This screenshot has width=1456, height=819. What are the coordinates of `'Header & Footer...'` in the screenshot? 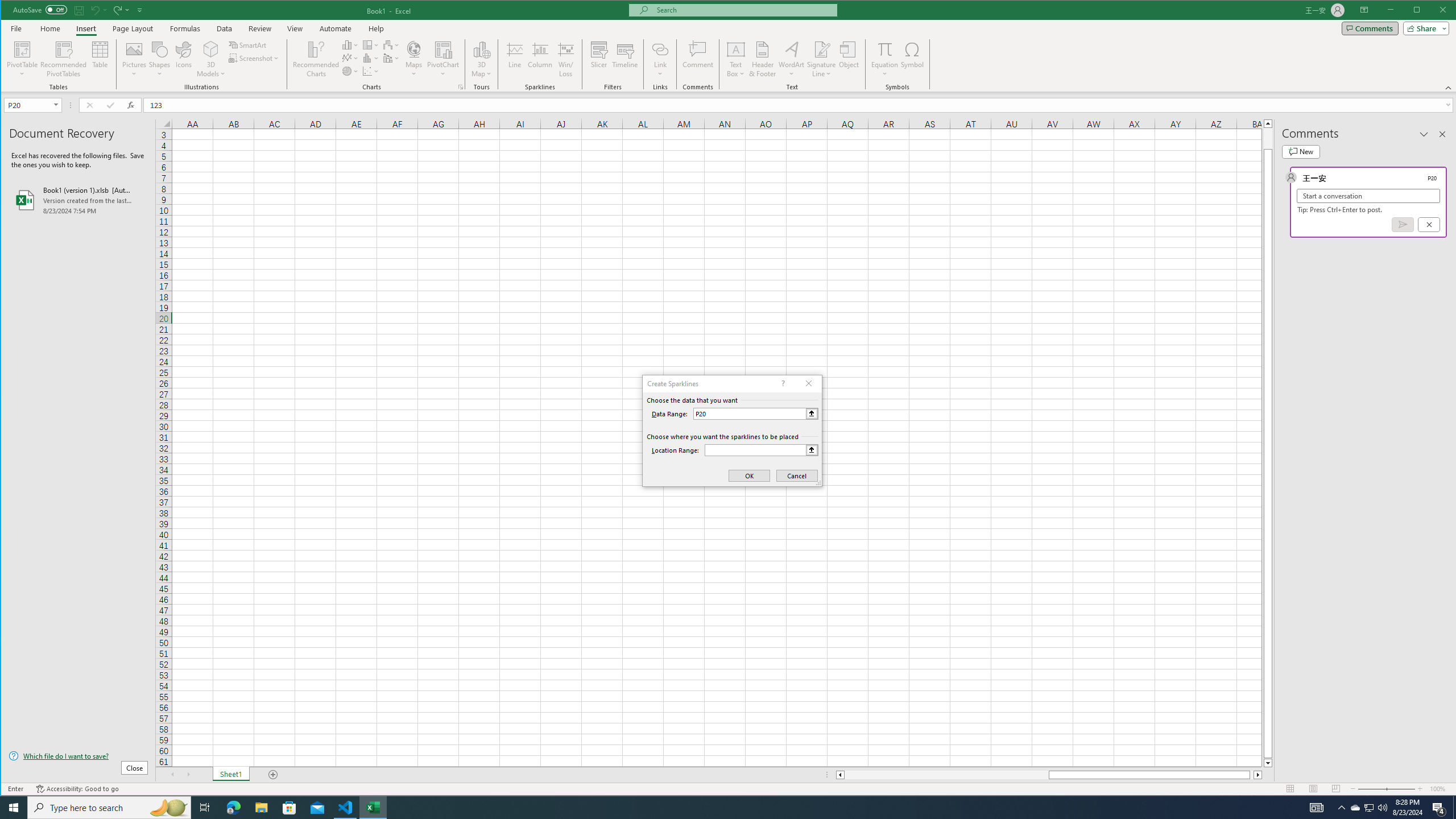 It's located at (763, 59).